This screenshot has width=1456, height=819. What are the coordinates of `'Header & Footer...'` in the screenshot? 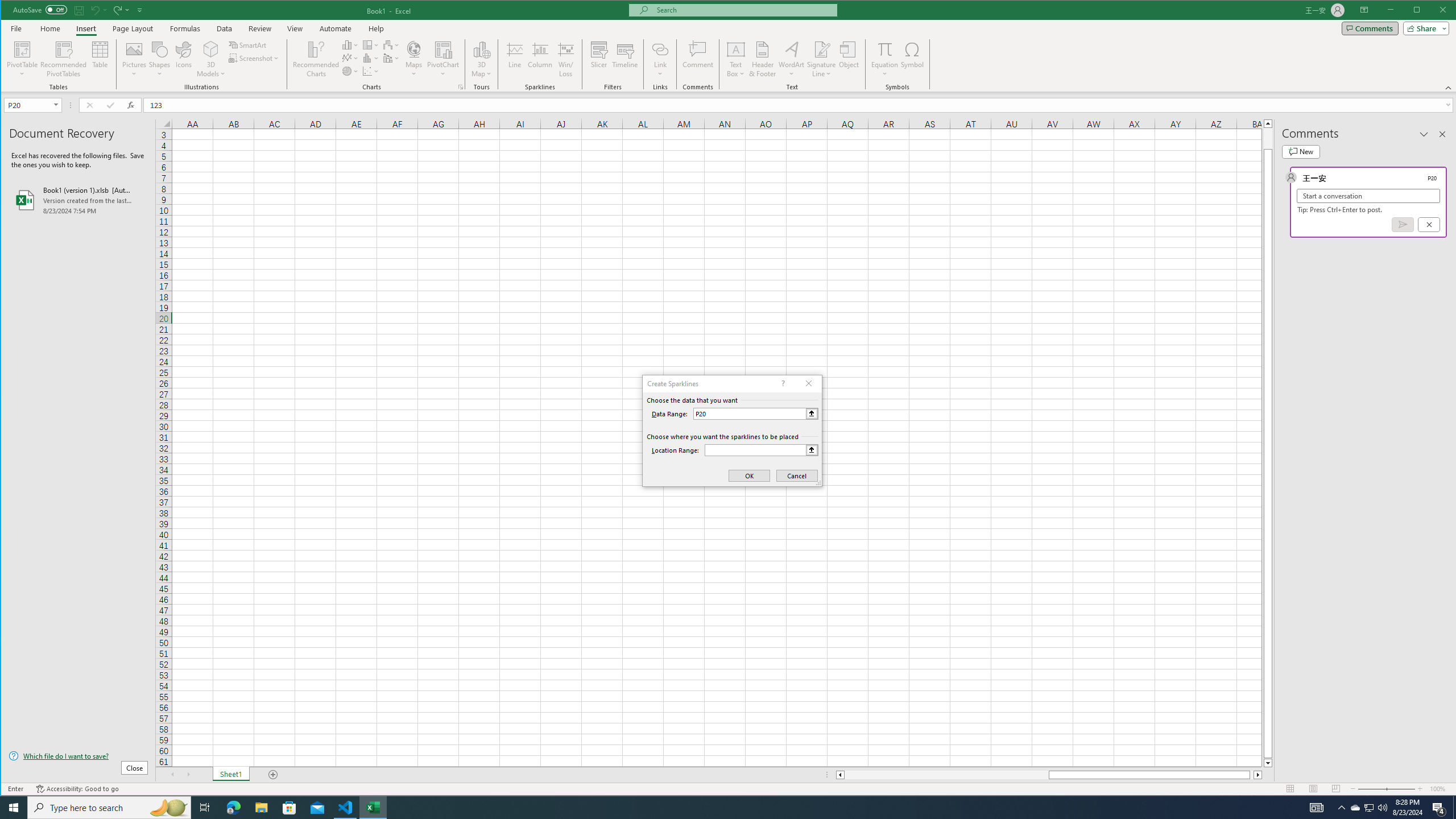 It's located at (763, 59).